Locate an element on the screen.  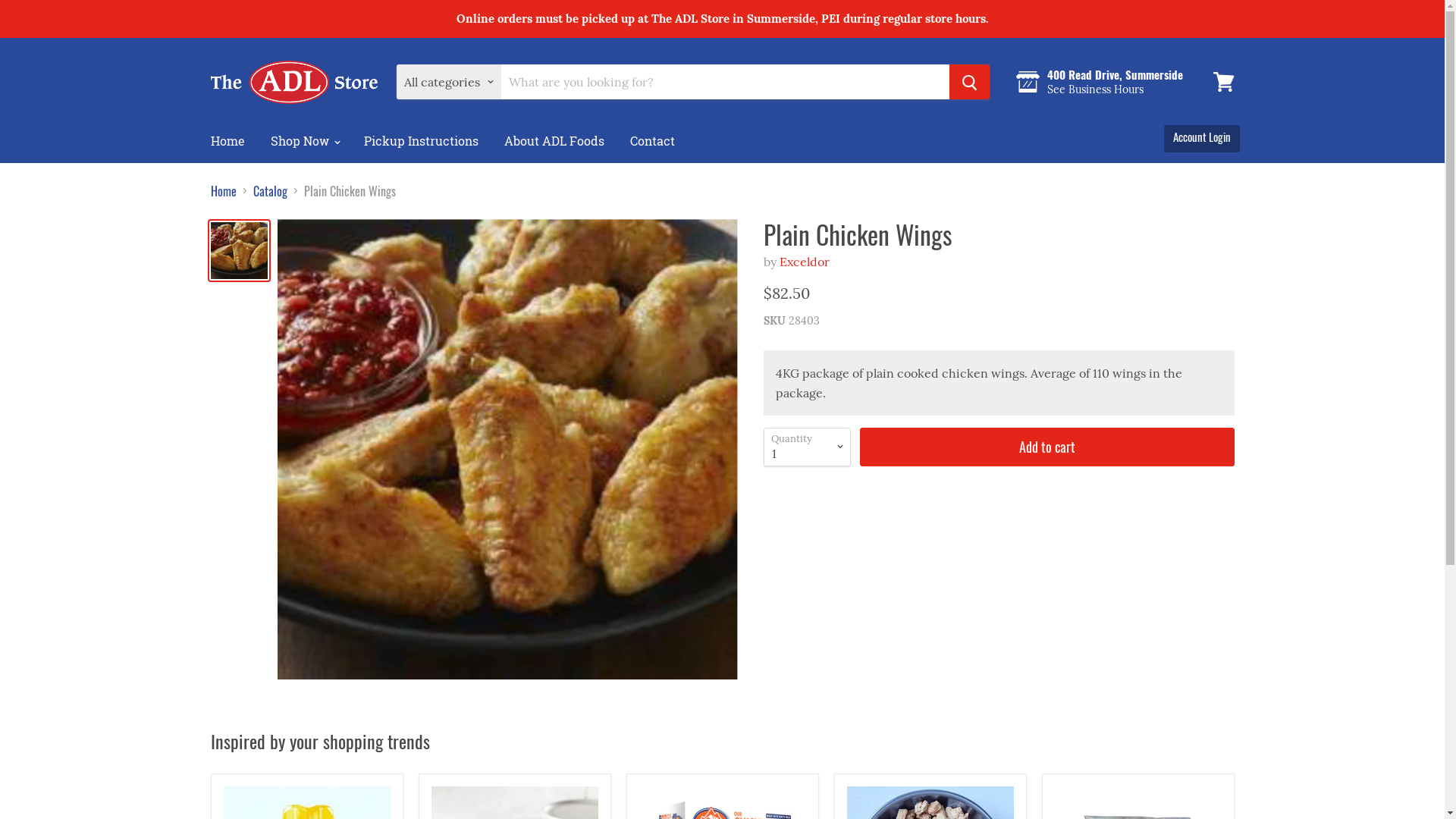
'About ADL Foods' is located at coordinates (553, 140).